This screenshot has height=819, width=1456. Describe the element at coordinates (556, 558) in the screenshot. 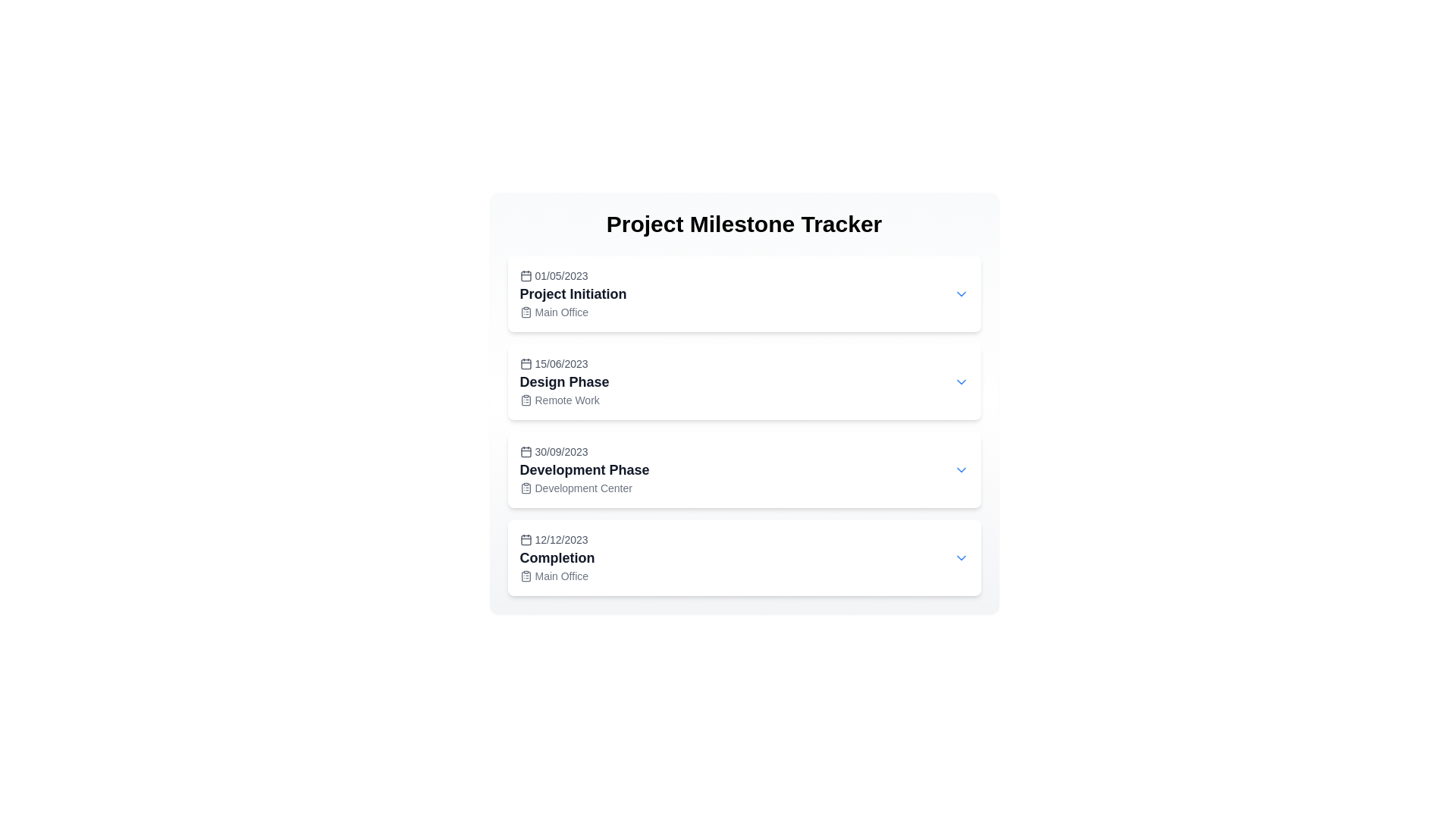

I see `the 'Completion' text label, which is bold and centrally aligned, located below the date '12/12/2023' and above the subtitle 'Main Office'` at that location.